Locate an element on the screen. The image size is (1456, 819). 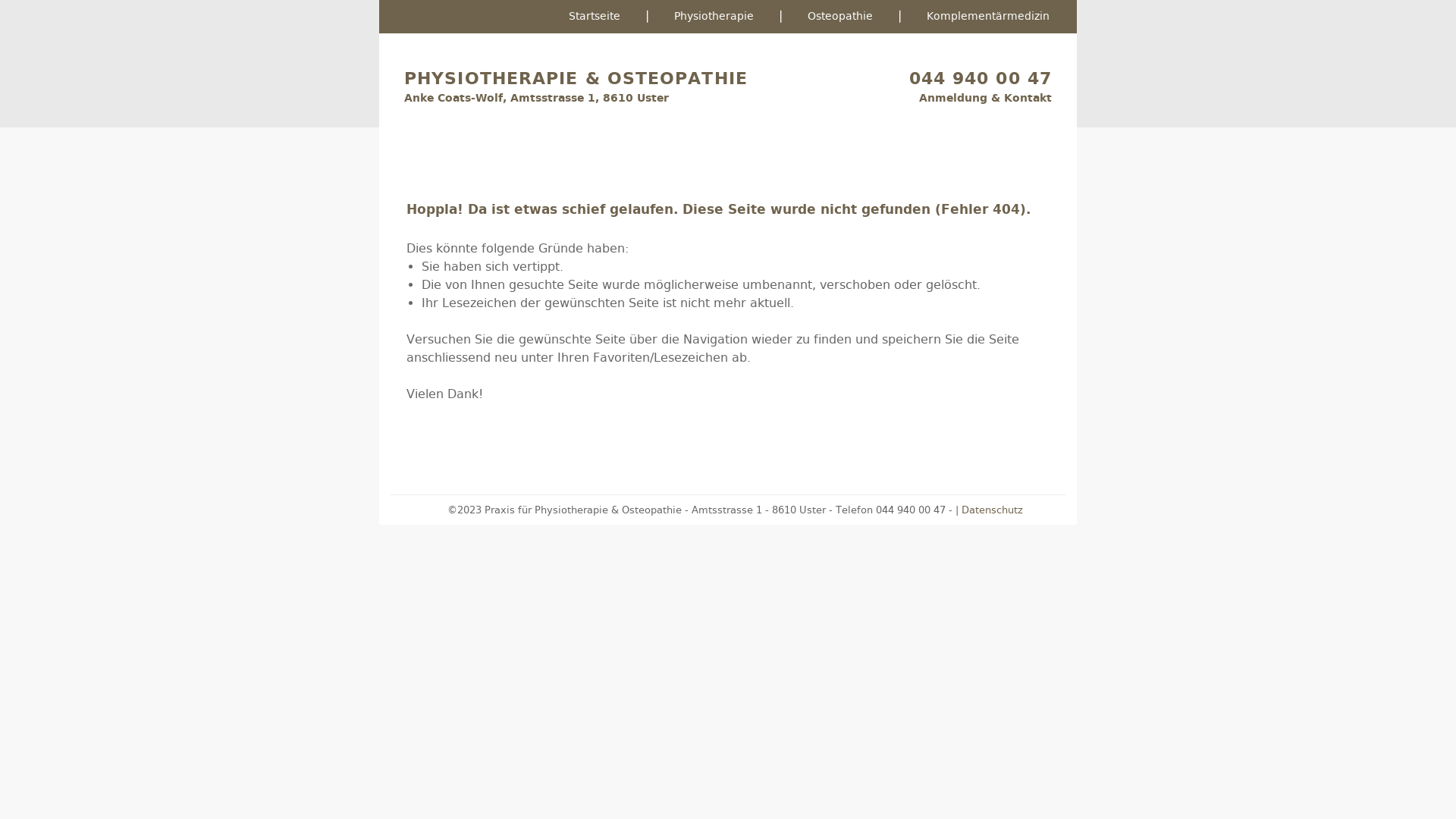
'Osteopathie' is located at coordinates (783, 17).